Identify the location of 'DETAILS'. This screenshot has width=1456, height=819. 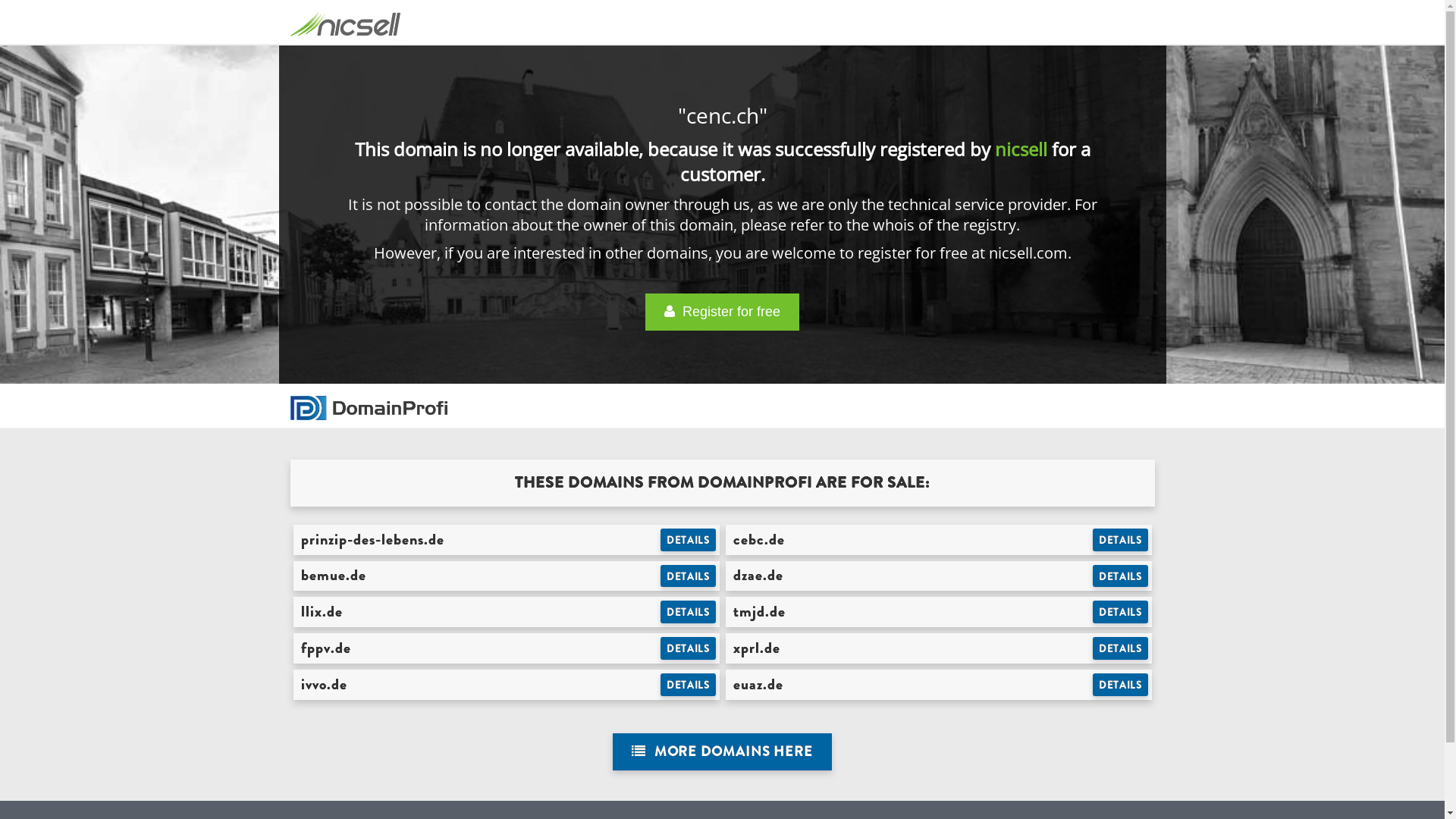
(660, 610).